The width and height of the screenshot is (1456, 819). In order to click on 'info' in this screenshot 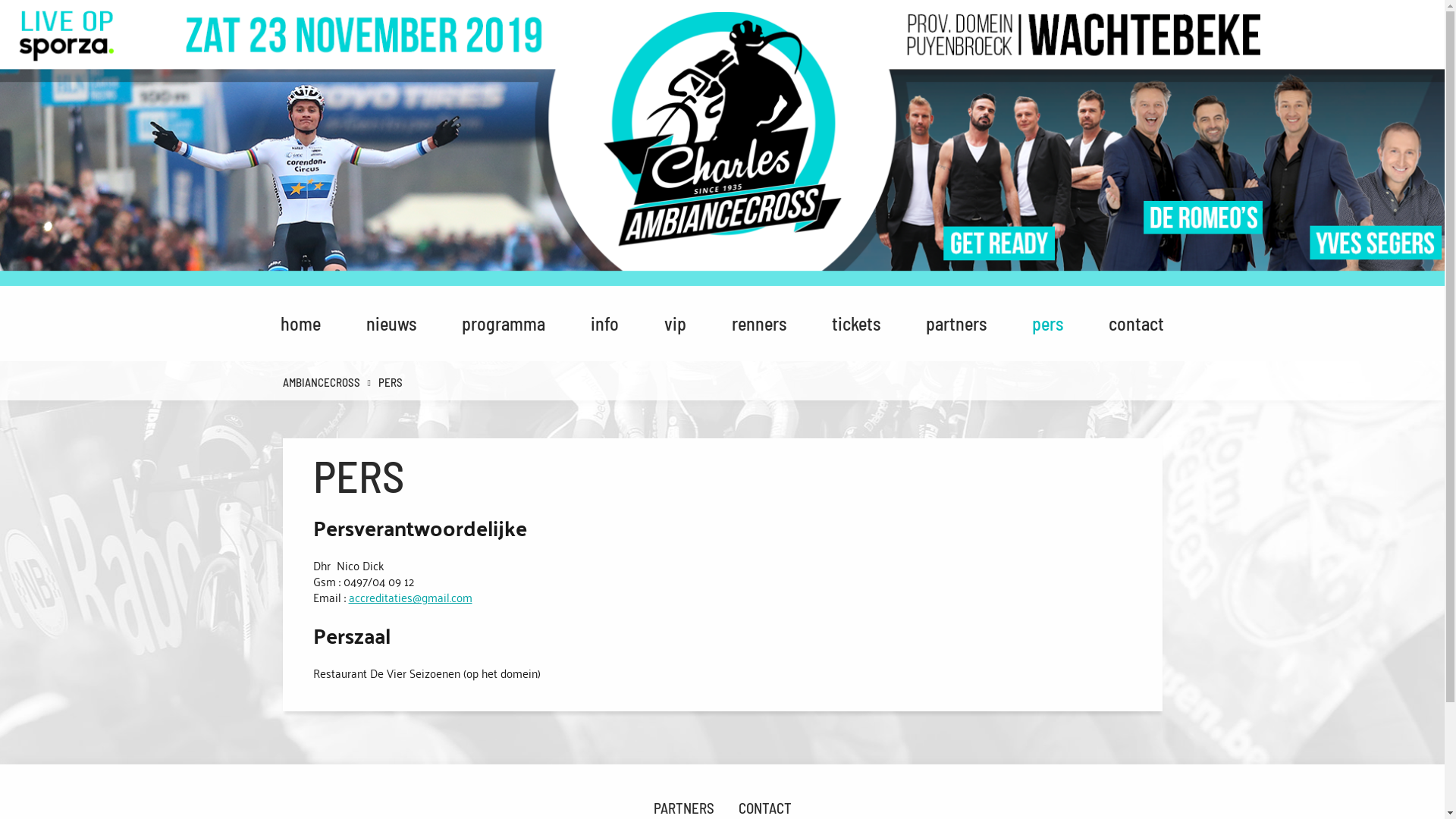, I will do `click(604, 322)`.